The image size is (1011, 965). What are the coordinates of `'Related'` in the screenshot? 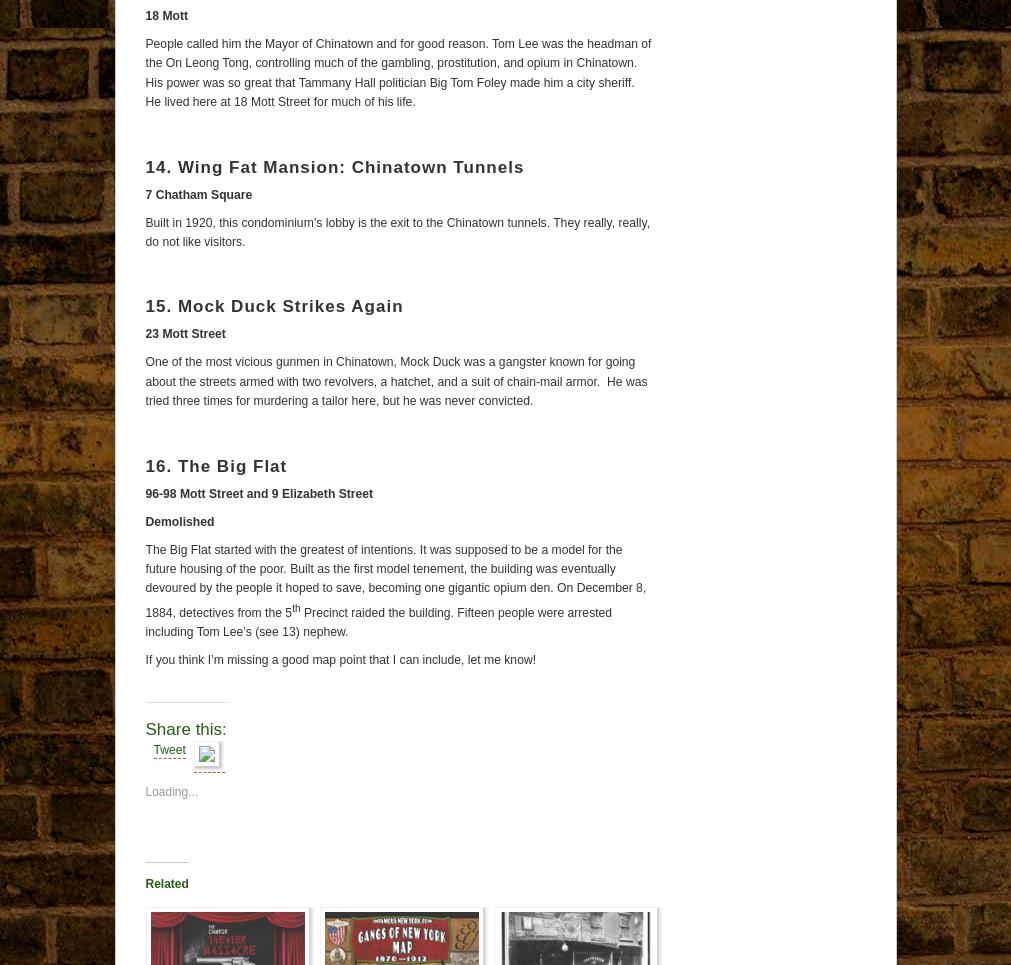 It's located at (165, 884).